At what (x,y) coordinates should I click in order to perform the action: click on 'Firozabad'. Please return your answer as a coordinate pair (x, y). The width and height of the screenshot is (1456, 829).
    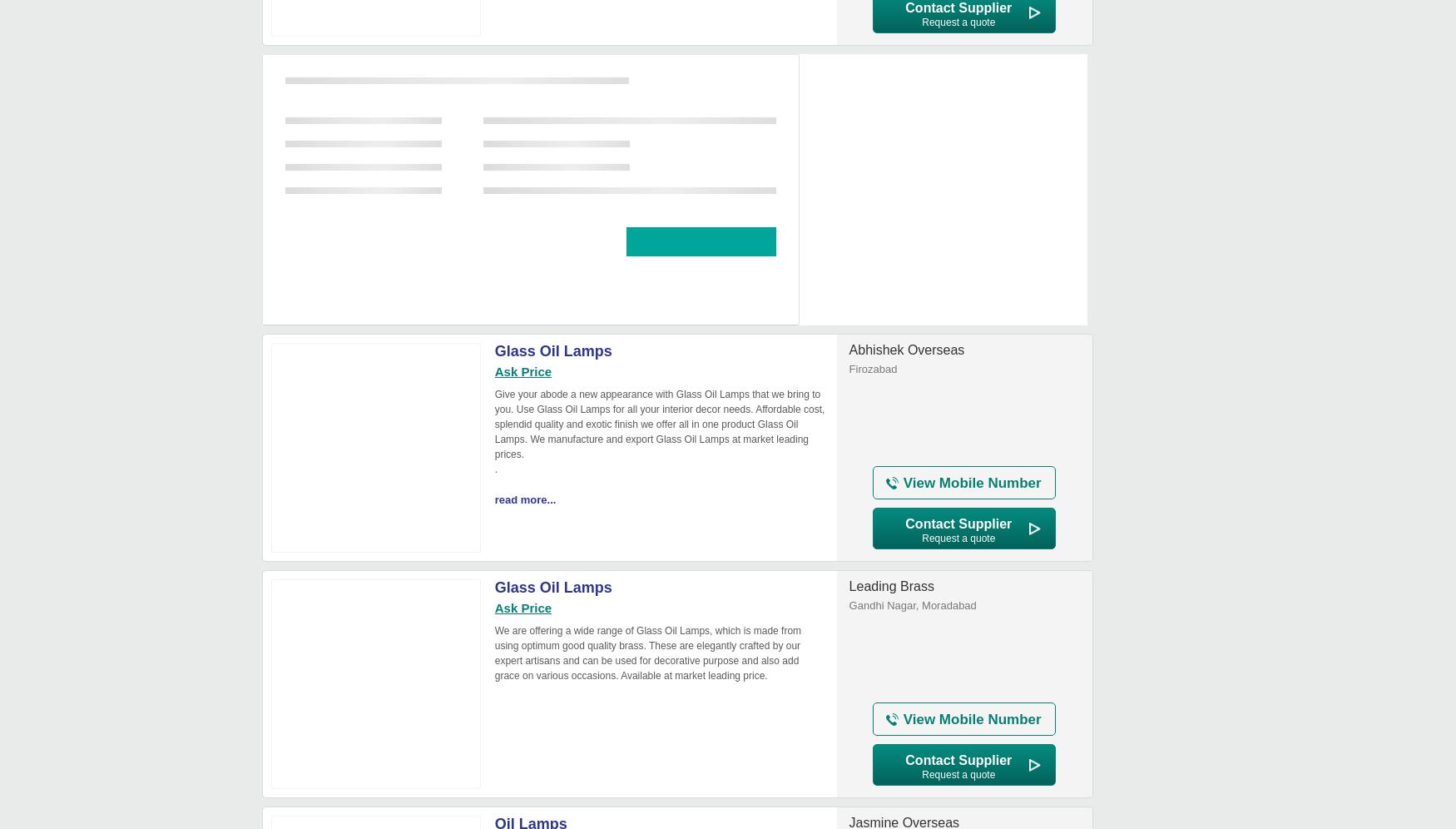
    Looking at the image, I should click on (871, 369).